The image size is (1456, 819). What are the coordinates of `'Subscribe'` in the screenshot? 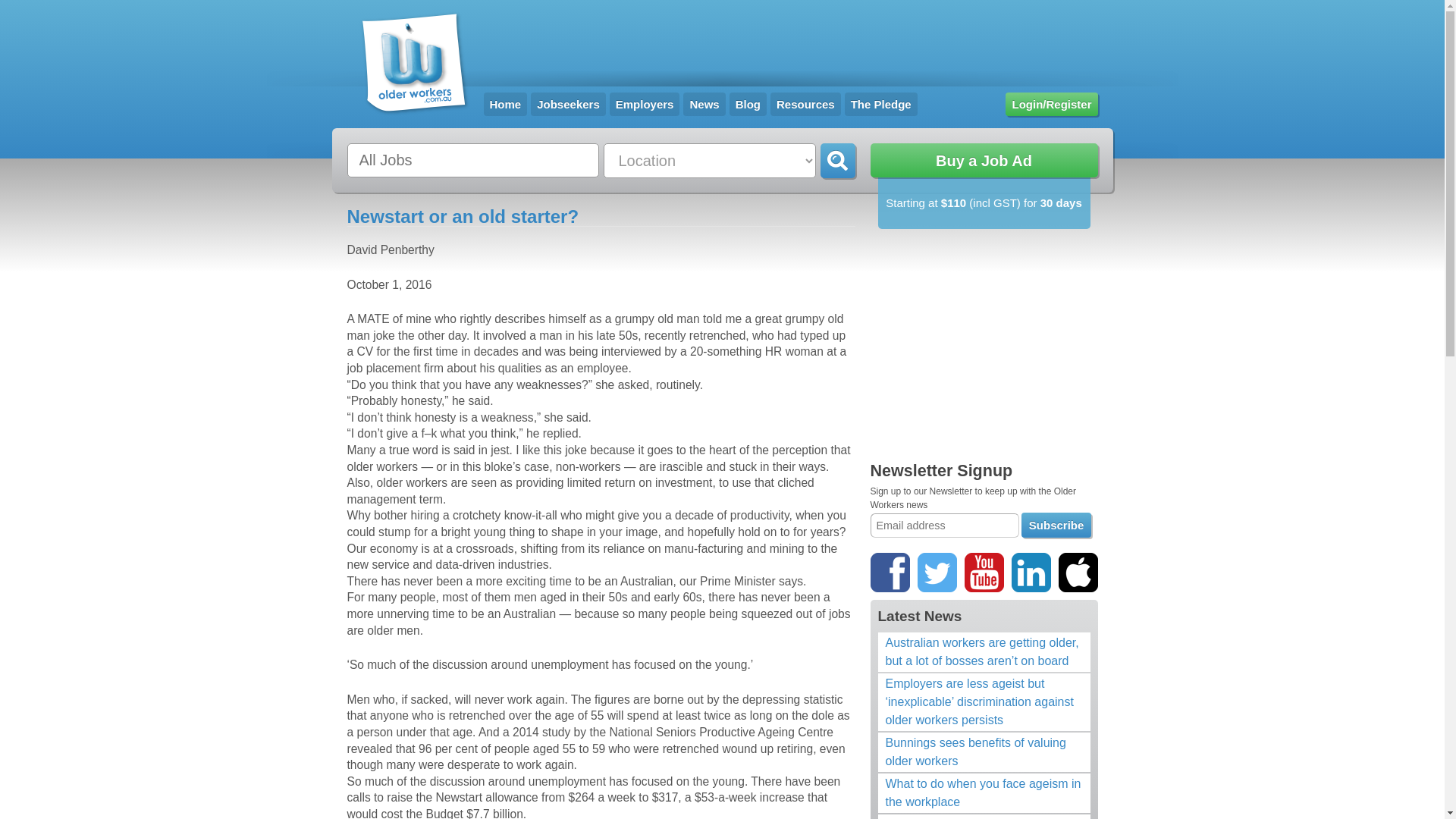 It's located at (1056, 524).